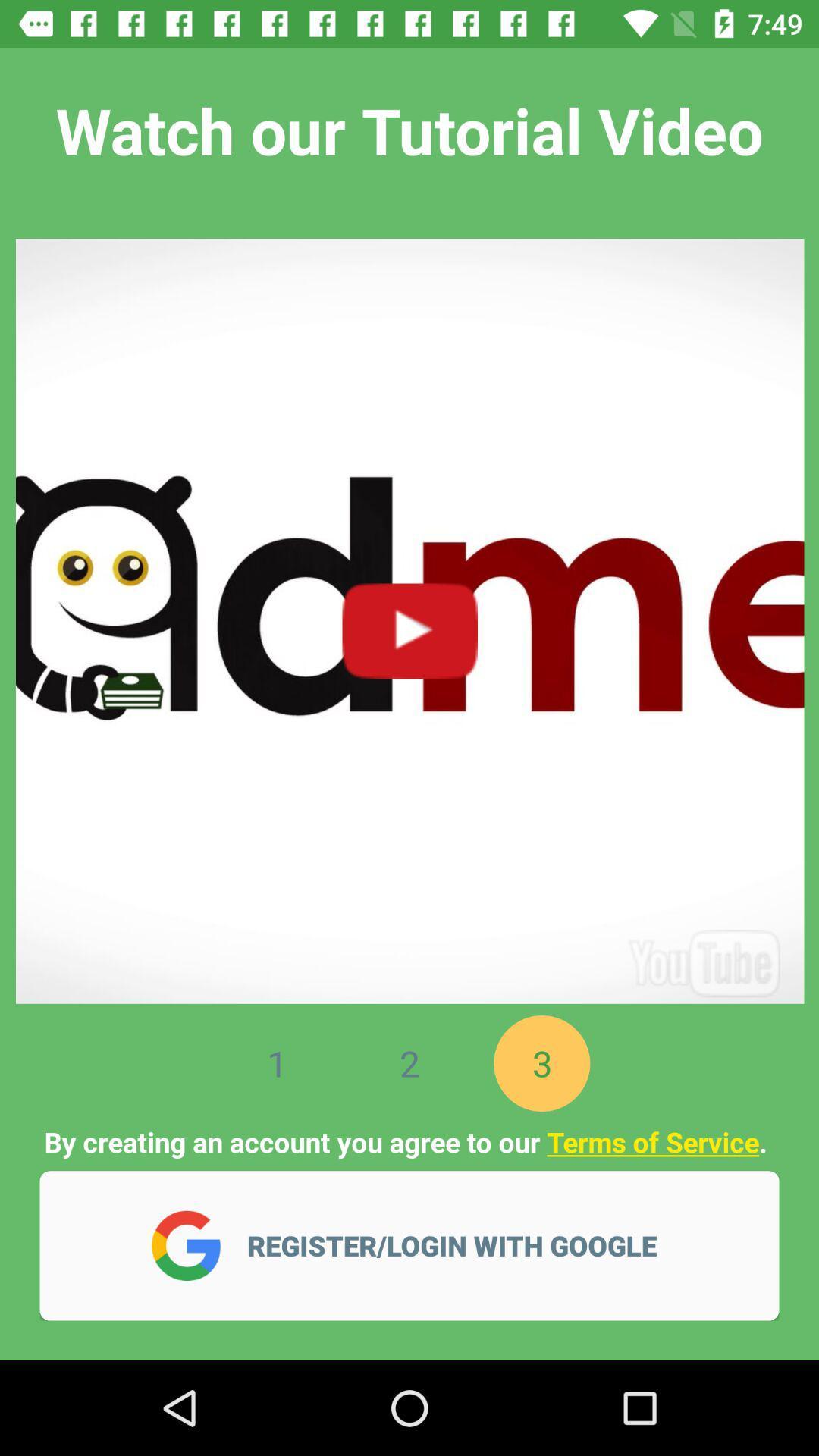 This screenshot has width=819, height=1456. Describe the element at coordinates (409, 613) in the screenshot. I see `this video` at that location.